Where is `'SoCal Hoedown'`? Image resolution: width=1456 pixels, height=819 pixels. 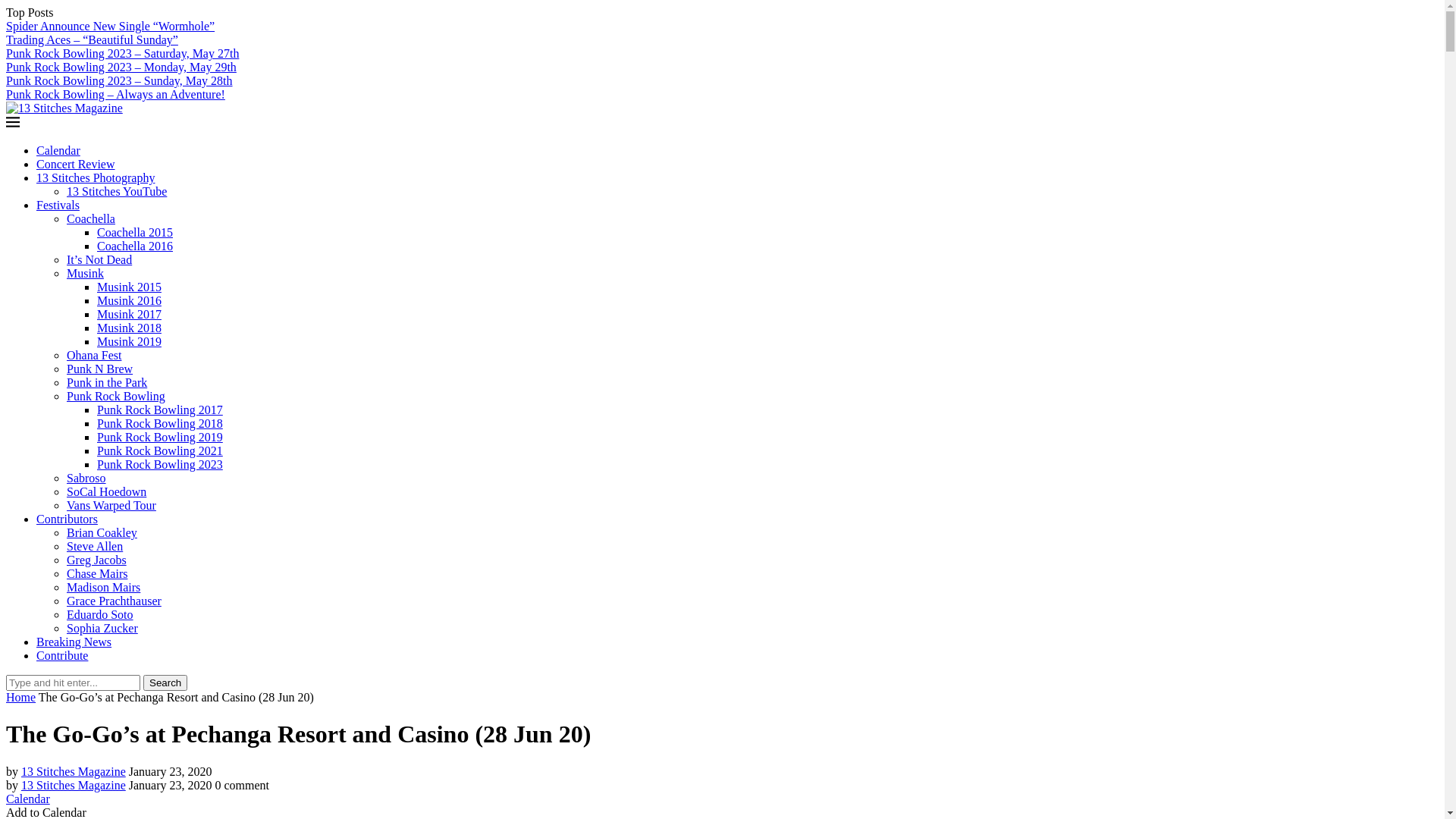 'SoCal Hoedown' is located at coordinates (105, 491).